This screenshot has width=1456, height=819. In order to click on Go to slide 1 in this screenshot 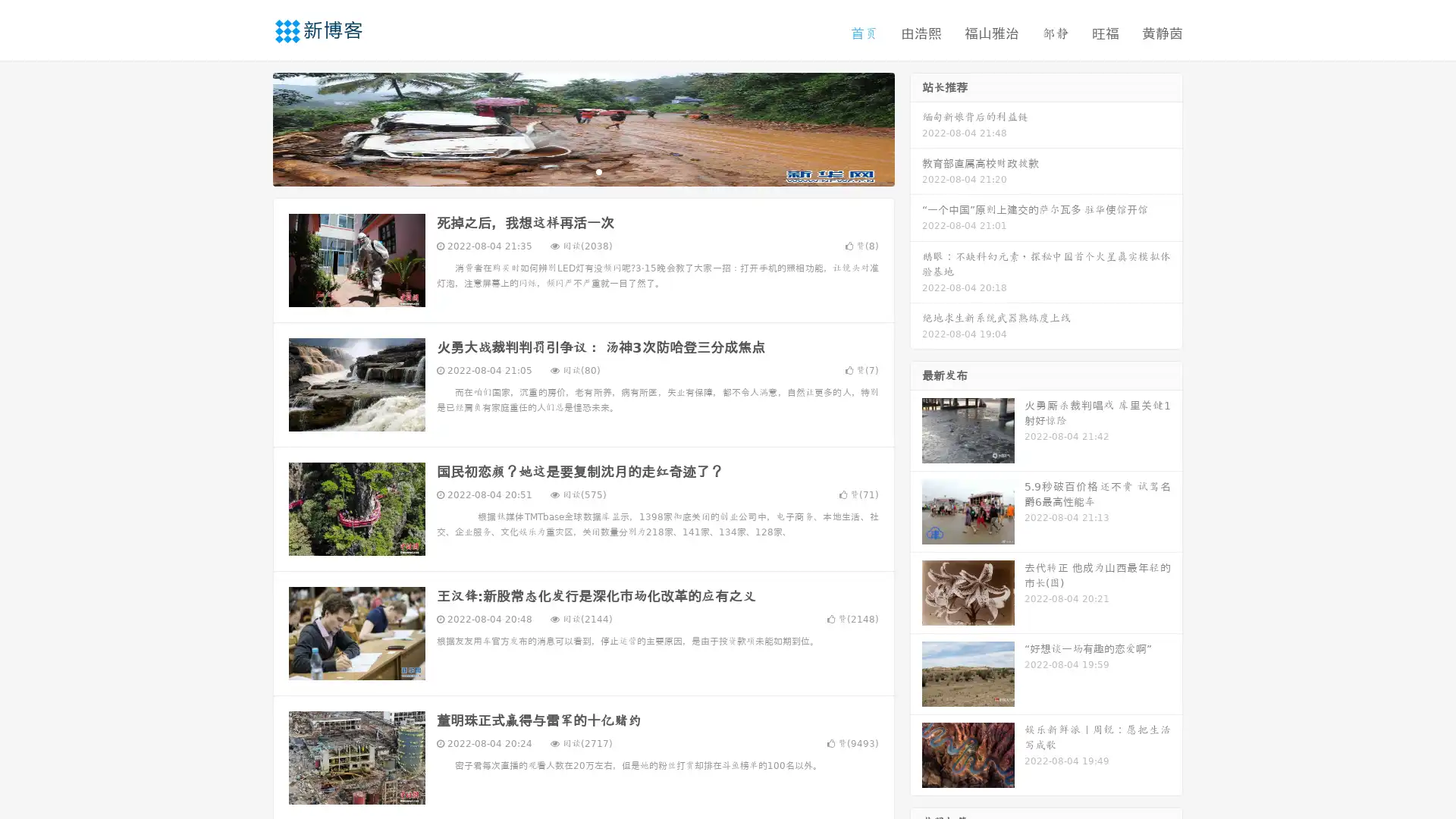, I will do `click(567, 171)`.